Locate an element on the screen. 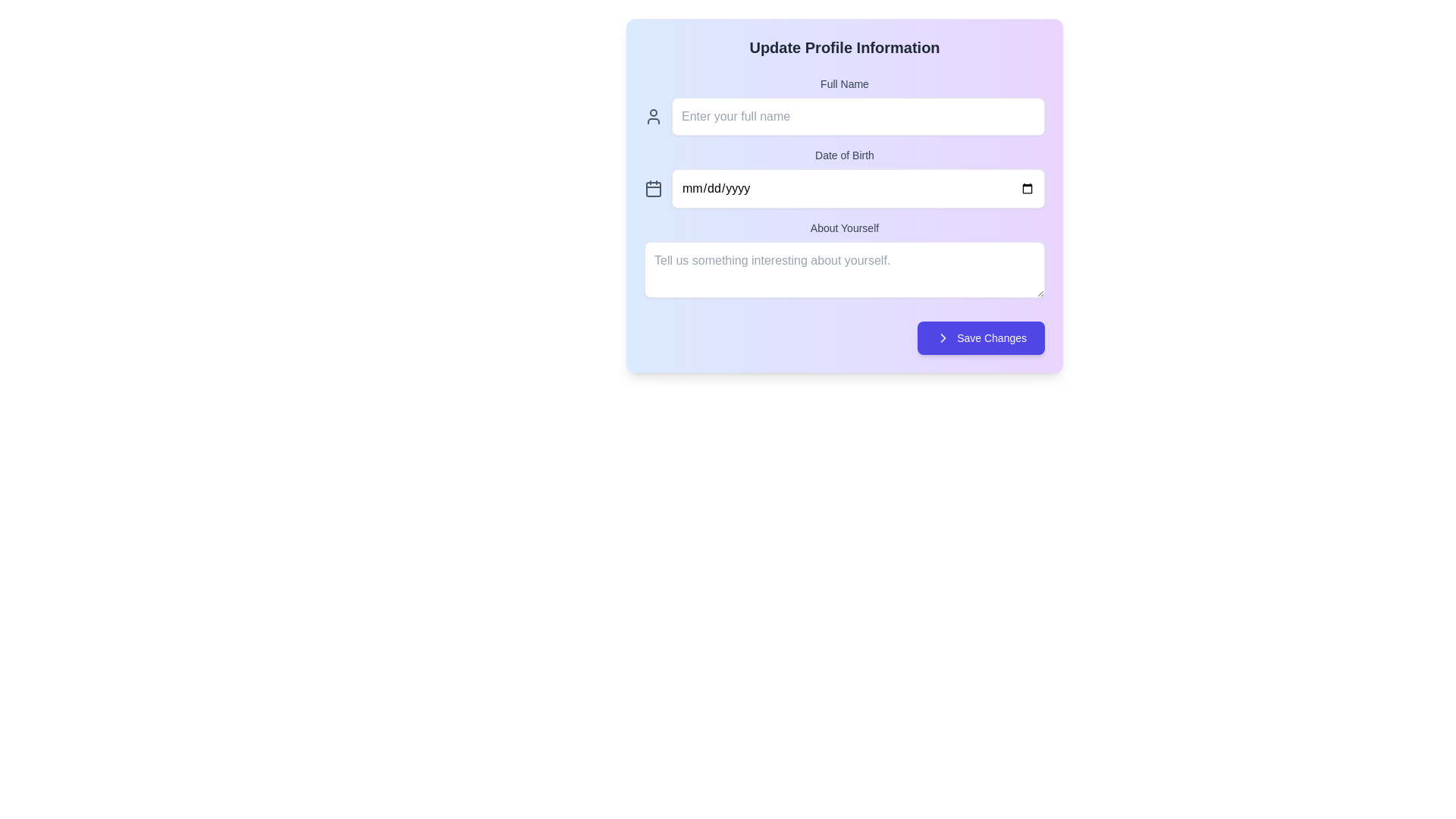 The height and width of the screenshot is (819, 1456). the Date Input Field for entering the date of birth, which is centered horizontally within the form labeled 'Date of Birth' is located at coordinates (843, 188).